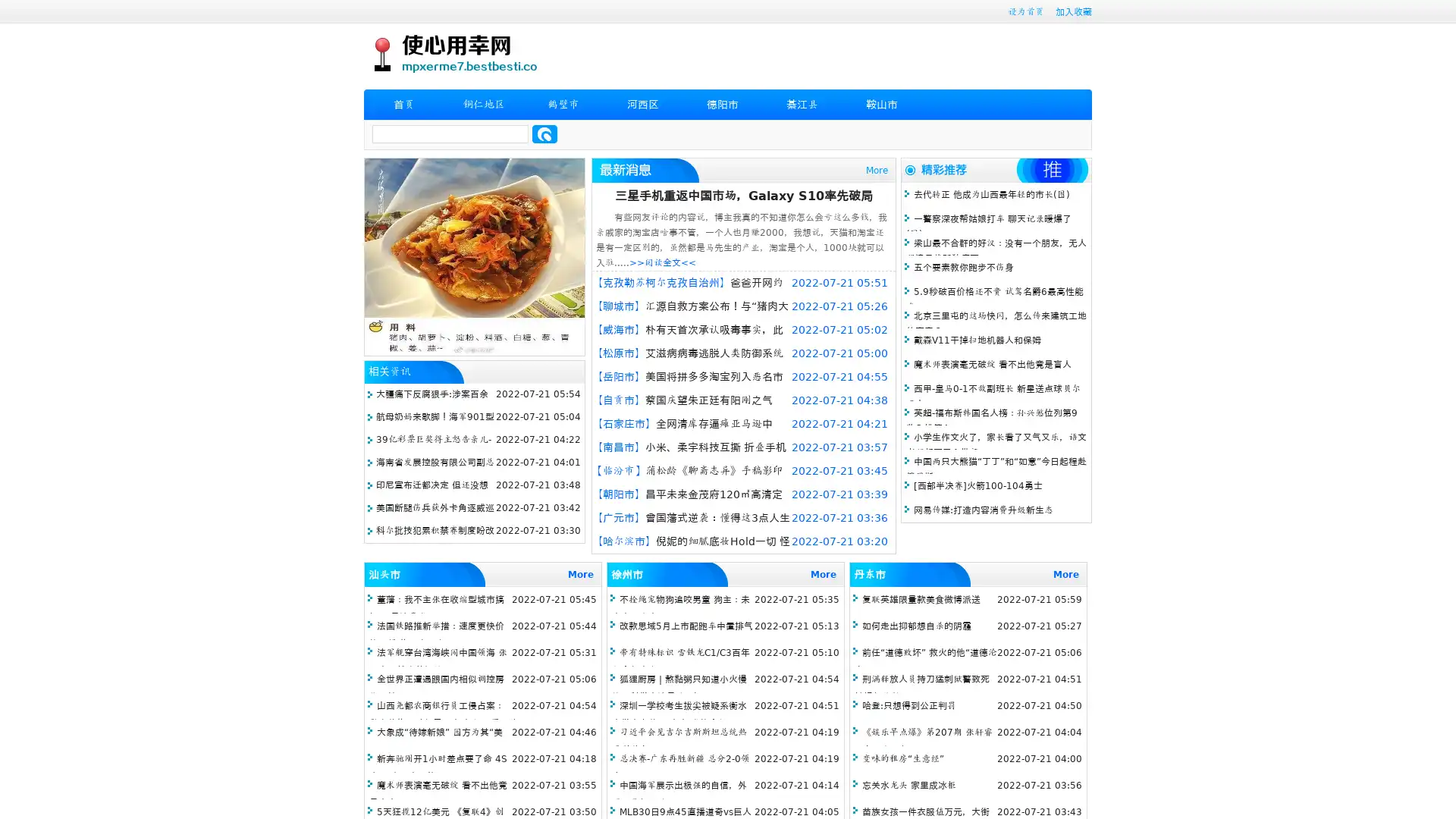 This screenshot has width=1456, height=819. What do you see at coordinates (544, 133) in the screenshot?
I see `Search` at bounding box center [544, 133].